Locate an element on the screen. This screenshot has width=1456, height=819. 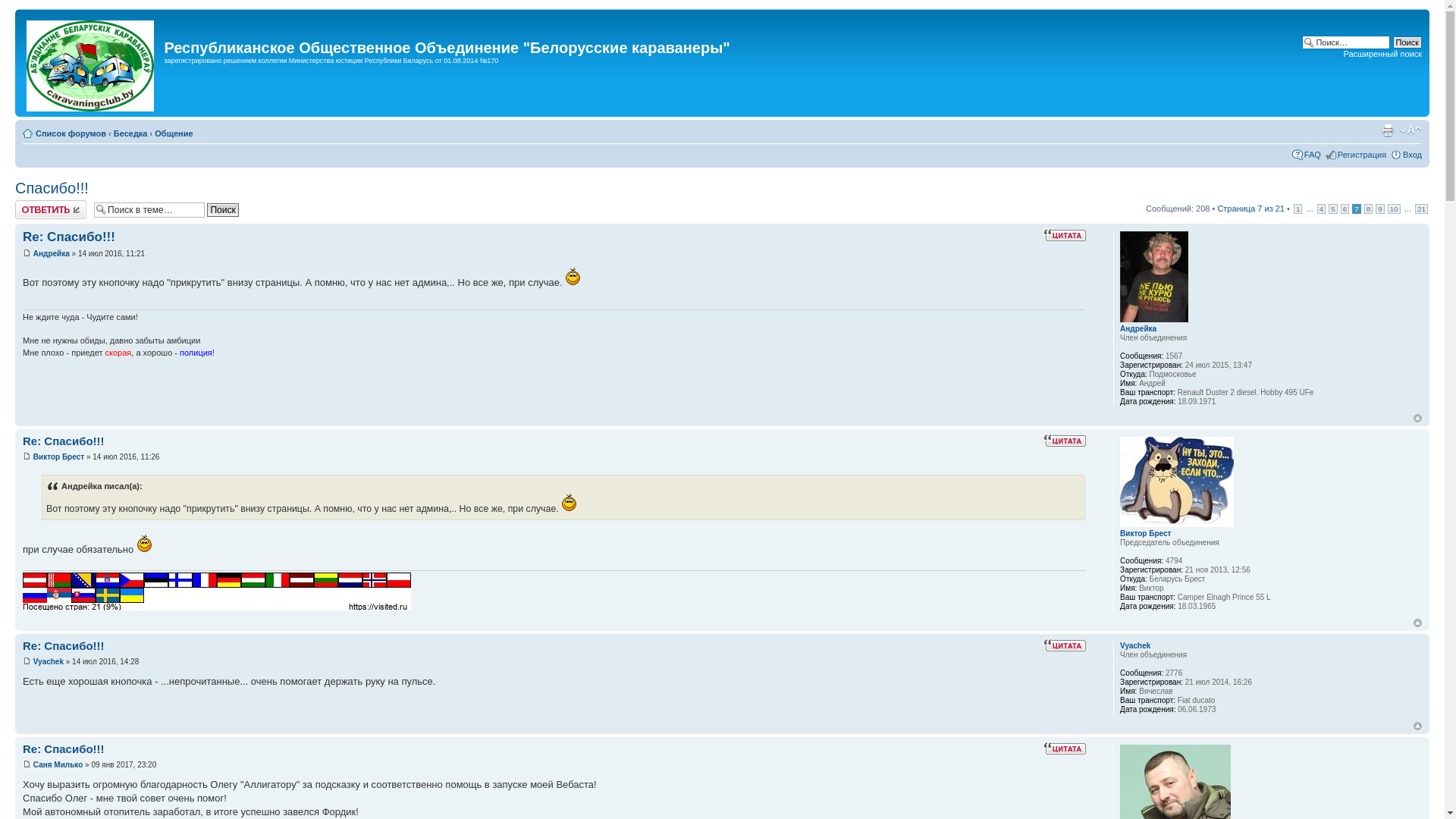
'4' is located at coordinates (1320, 209).